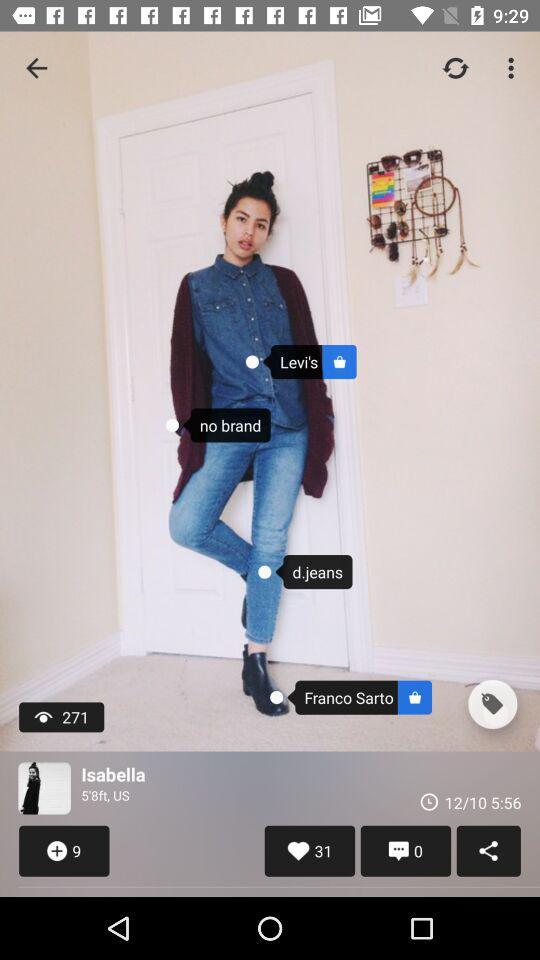 This screenshot has width=540, height=960. Describe the element at coordinates (44, 788) in the screenshot. I see `user` at that location.